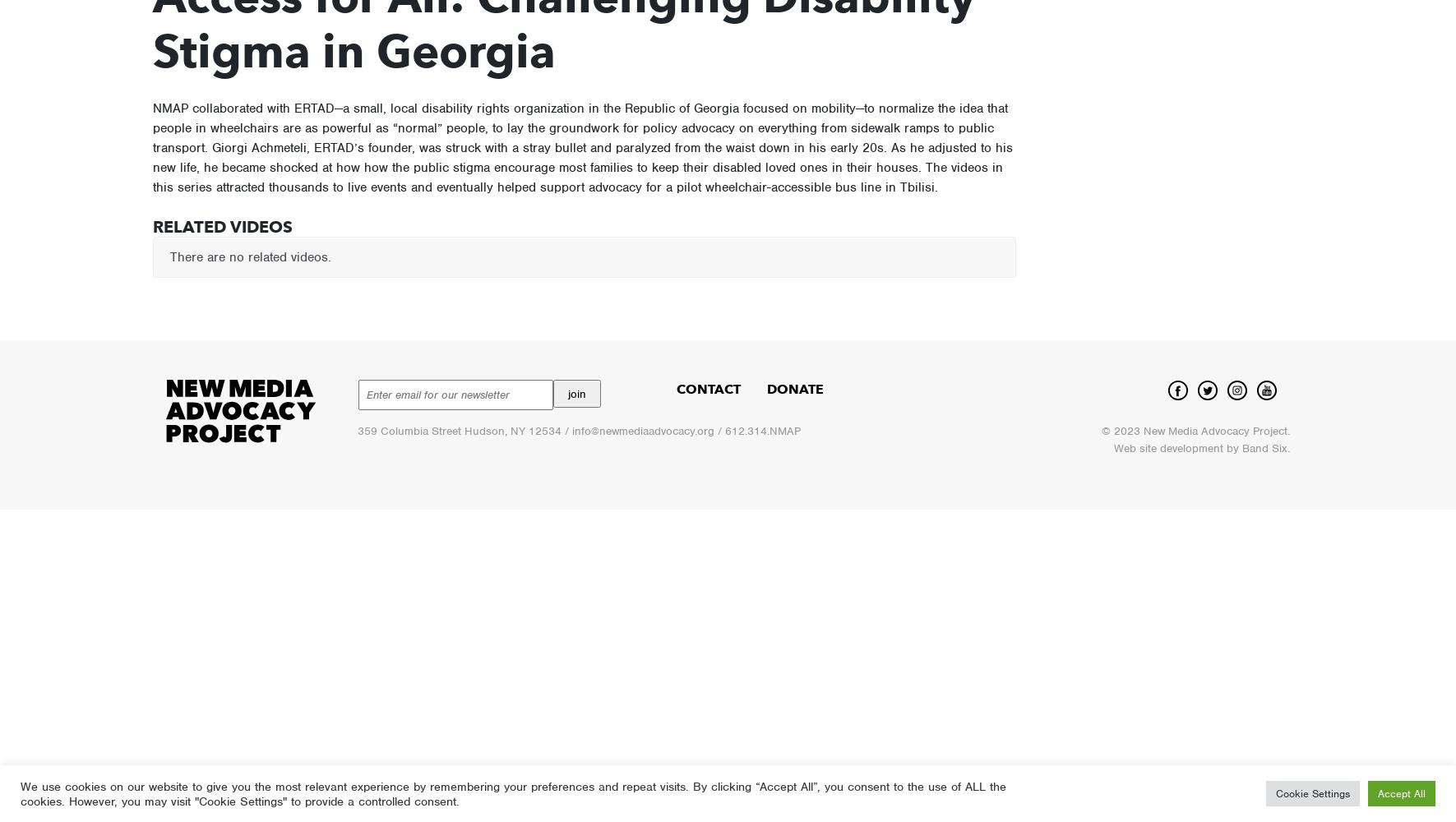 This screenshot has width=1456, height=822. What do you see at coordinates (221, 227) in the screenshot?
I see `'Related Videos'` at bounding box center [221, 227].